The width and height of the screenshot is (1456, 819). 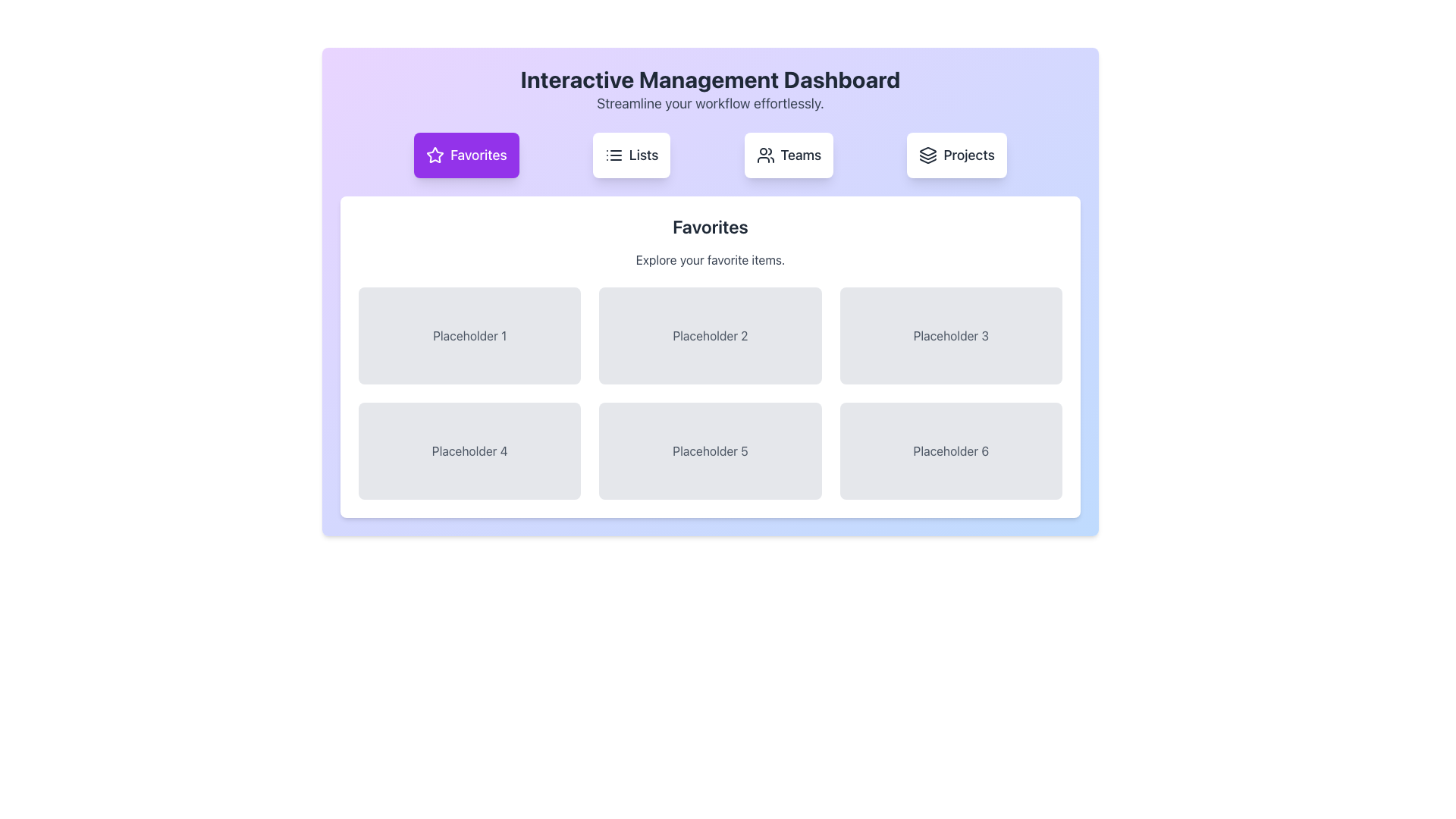 What do you see at coordinates (469, 450) in the screenshot?
I see `the text element displaying 'Placeholder 4' in gray color, located in the second row of the grid layout in the 'Favorites' section` at bounding box center [469, 450].